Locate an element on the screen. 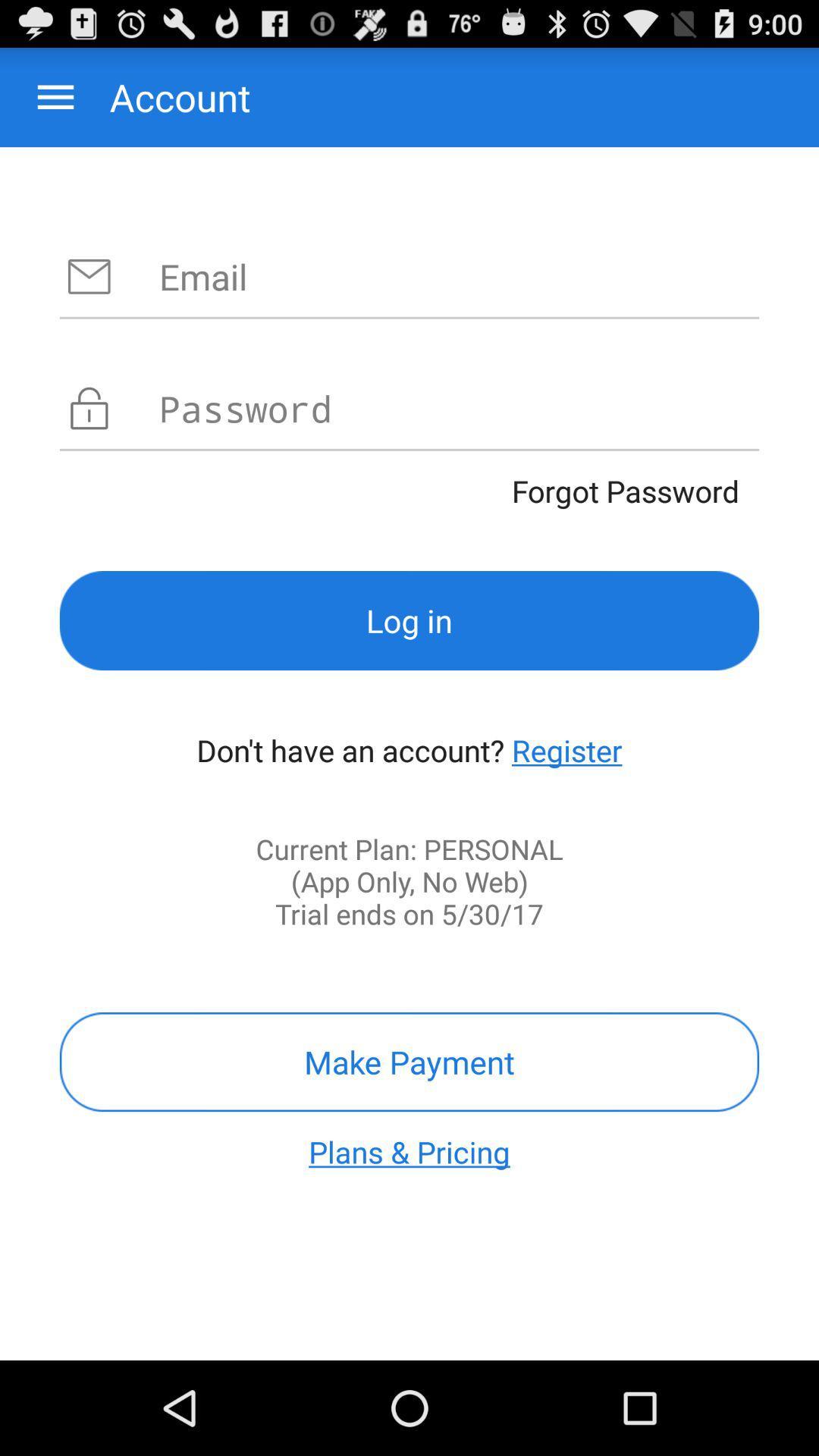 This screenshot has height=1456, width=819. the menu icon is located at coordinates (55, 103).